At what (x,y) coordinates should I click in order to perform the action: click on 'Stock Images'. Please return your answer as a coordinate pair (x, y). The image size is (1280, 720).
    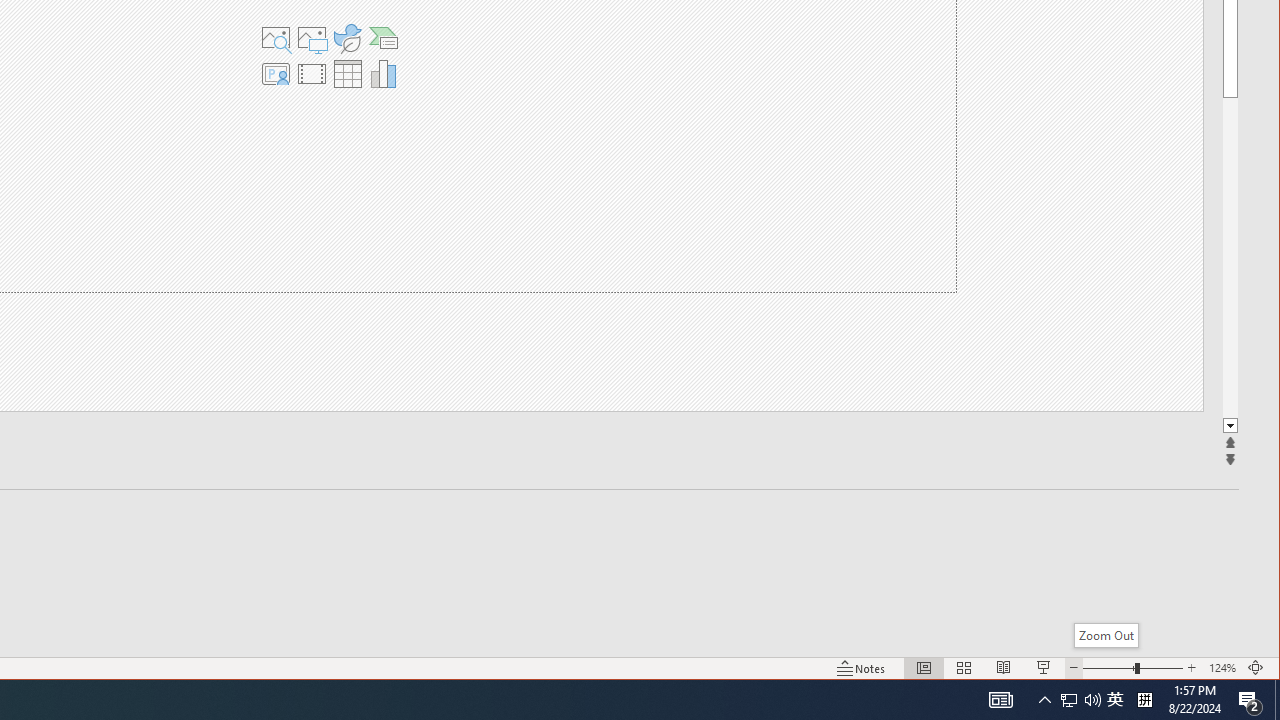
    Looking at the image, I should click on (274, 38).